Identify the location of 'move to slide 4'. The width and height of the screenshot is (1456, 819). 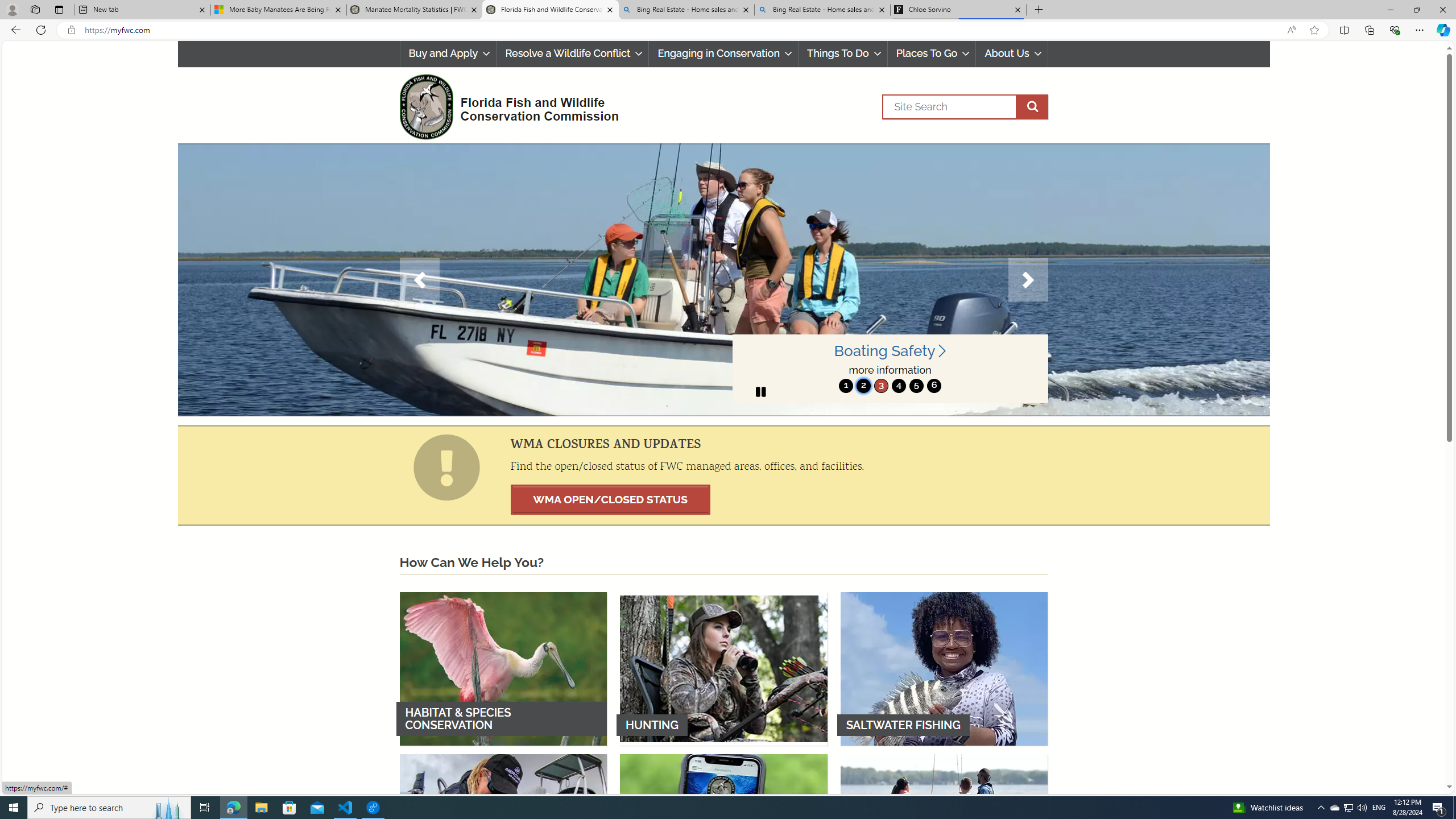
(897, 385).